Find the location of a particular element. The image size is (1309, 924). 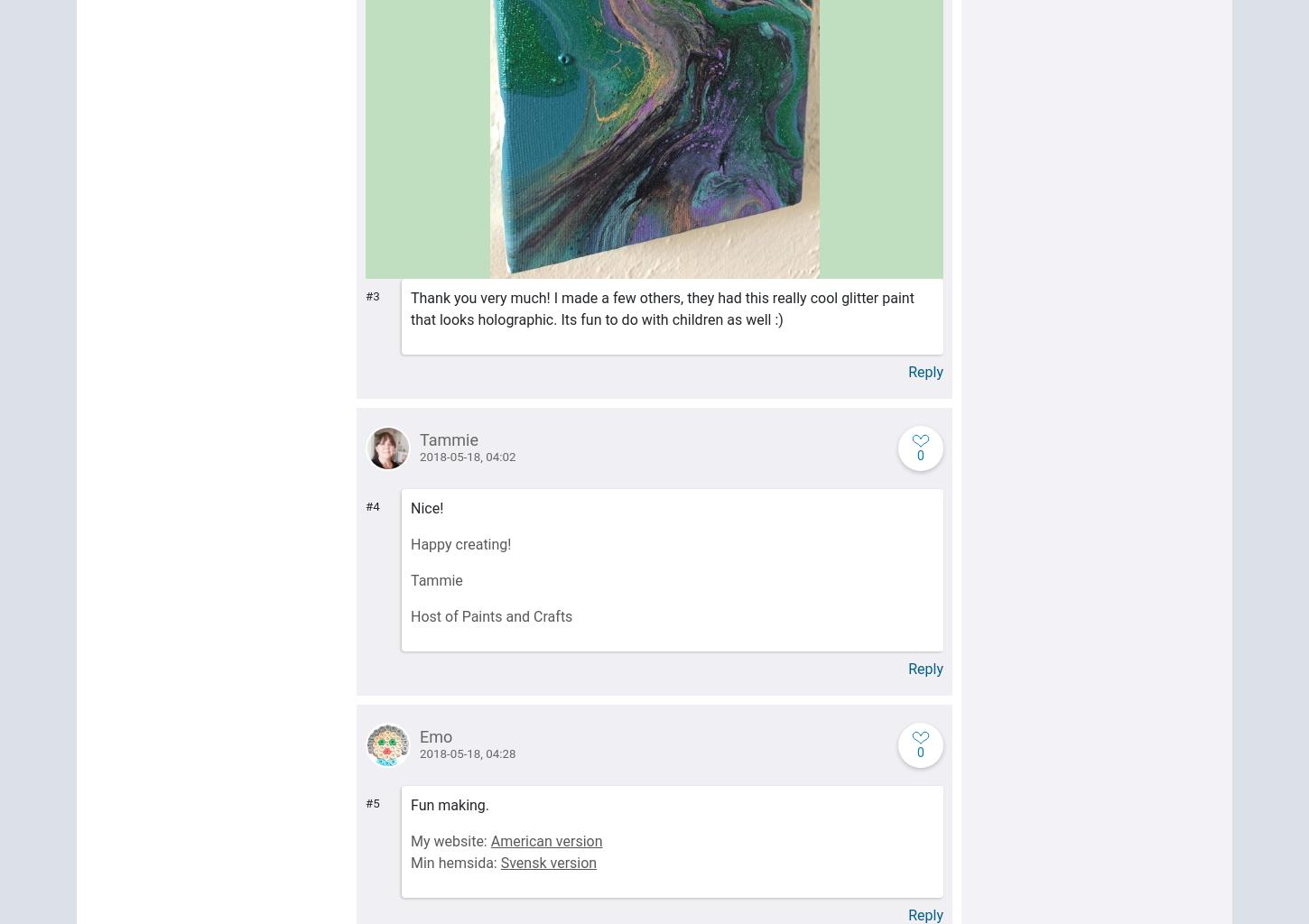

'Nice!' is located at coordinates (410, 506).